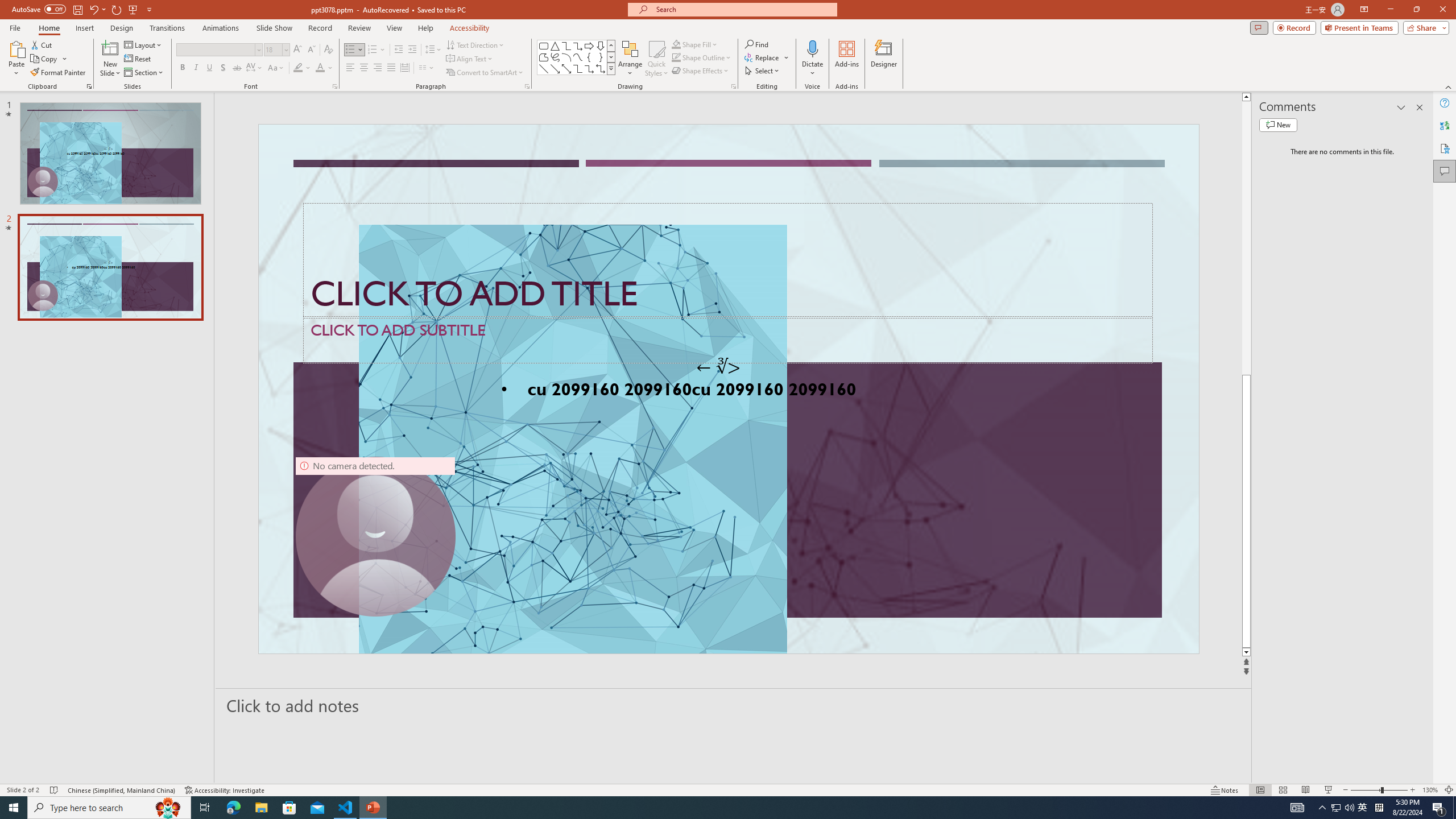  What do you see at coordinates (88, 85) in the screenshot?
I see `'Office Clipboard...'` at bounding box center [88, 85].